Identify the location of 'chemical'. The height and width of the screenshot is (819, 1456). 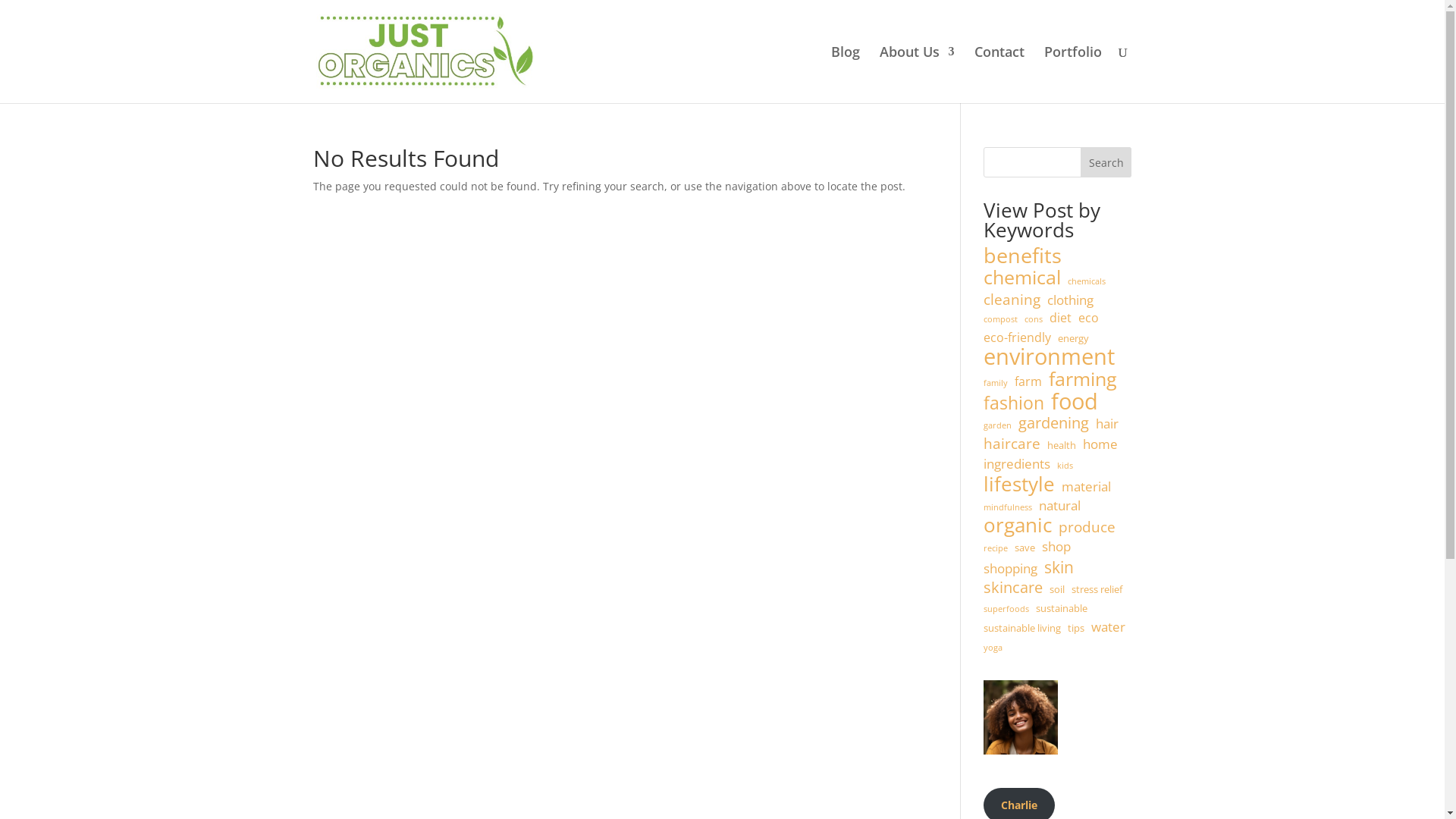
(1022, 278).